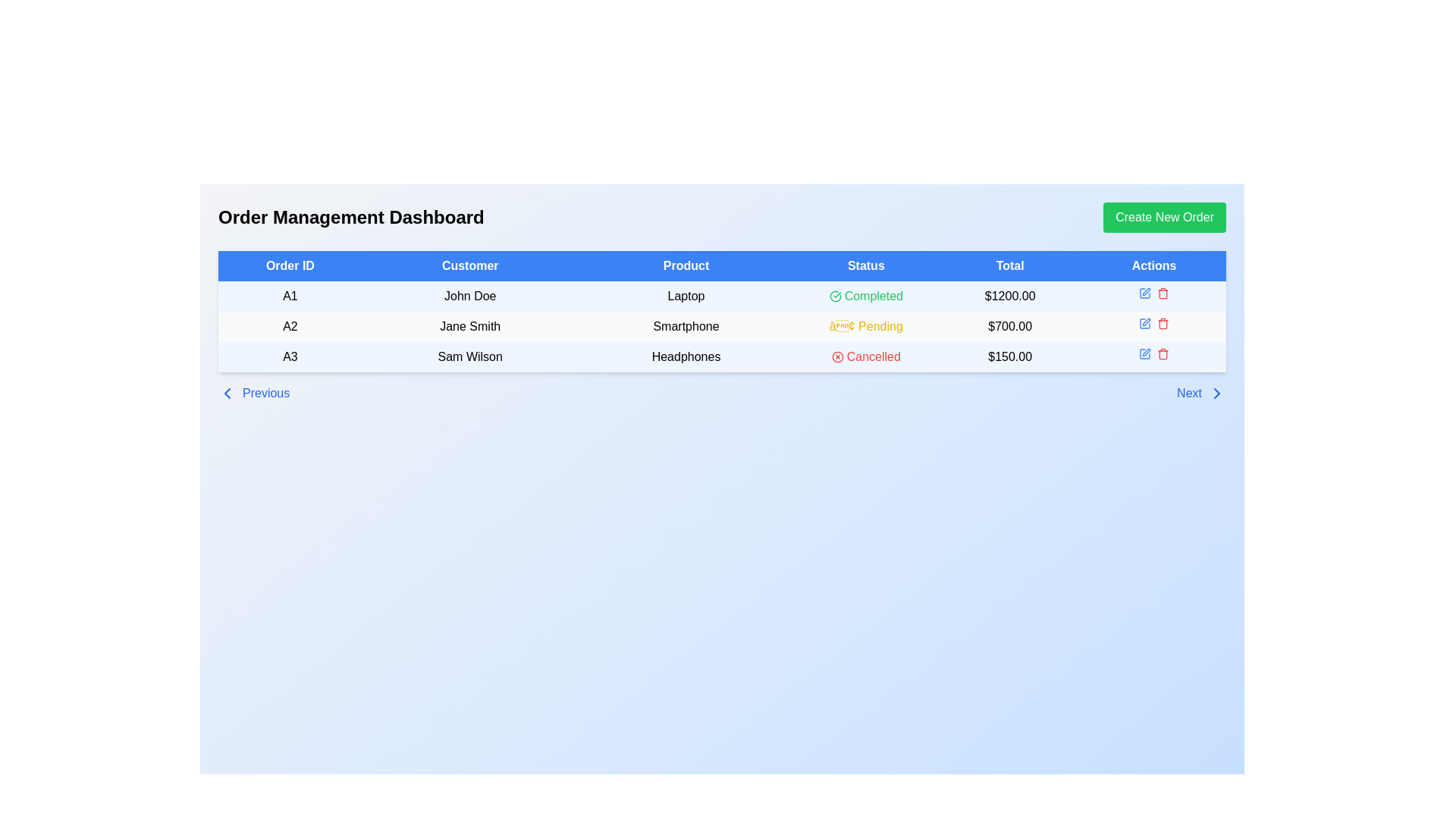  Describe the element at coordinates (290, 356) in the screenshot. I see `the text 'A3' located in the first column of the third row of the data table, under the header 'Order ID'` at that location.